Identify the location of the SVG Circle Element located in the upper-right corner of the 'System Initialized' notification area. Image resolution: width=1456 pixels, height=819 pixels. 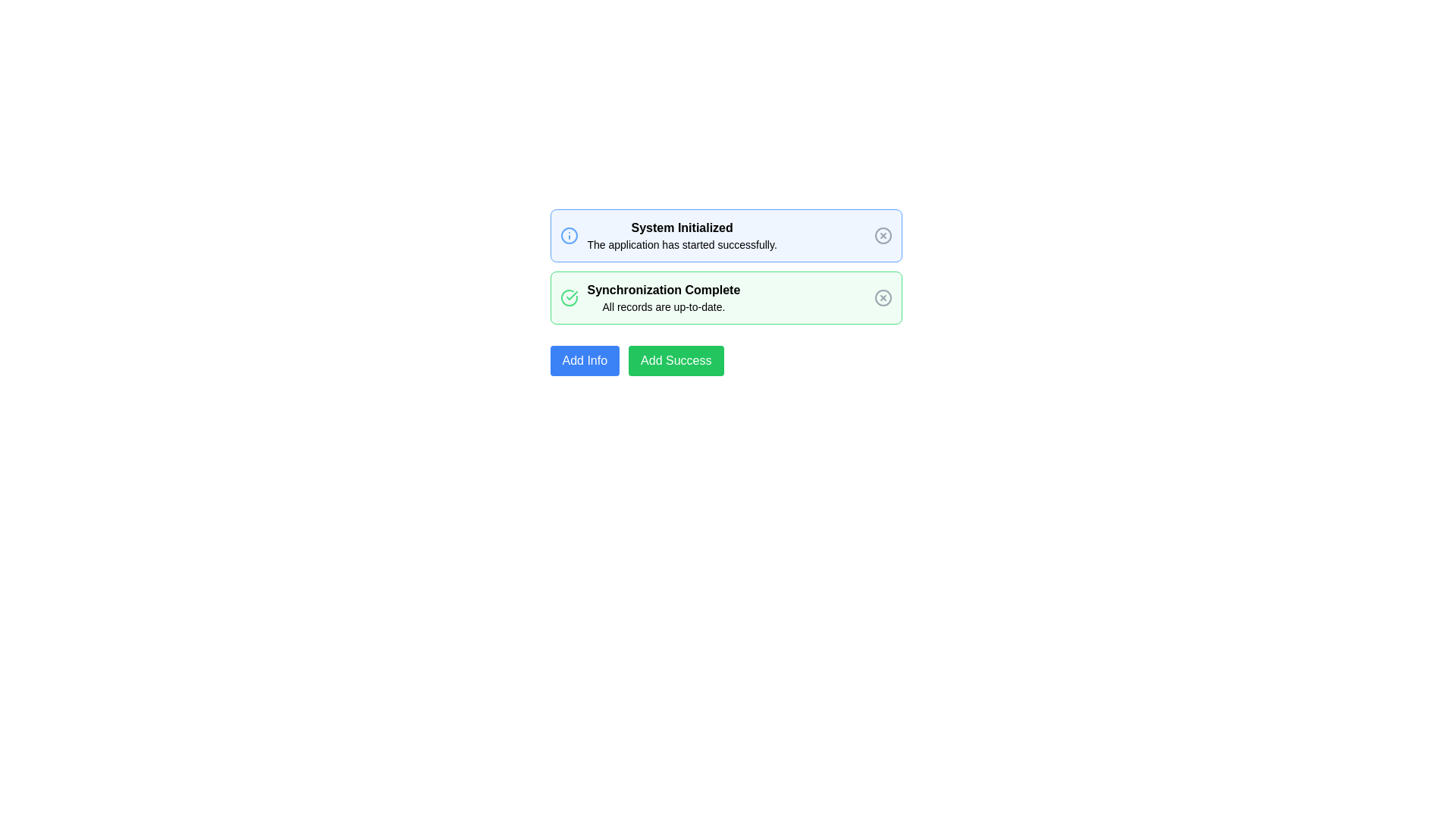
(883, 236).